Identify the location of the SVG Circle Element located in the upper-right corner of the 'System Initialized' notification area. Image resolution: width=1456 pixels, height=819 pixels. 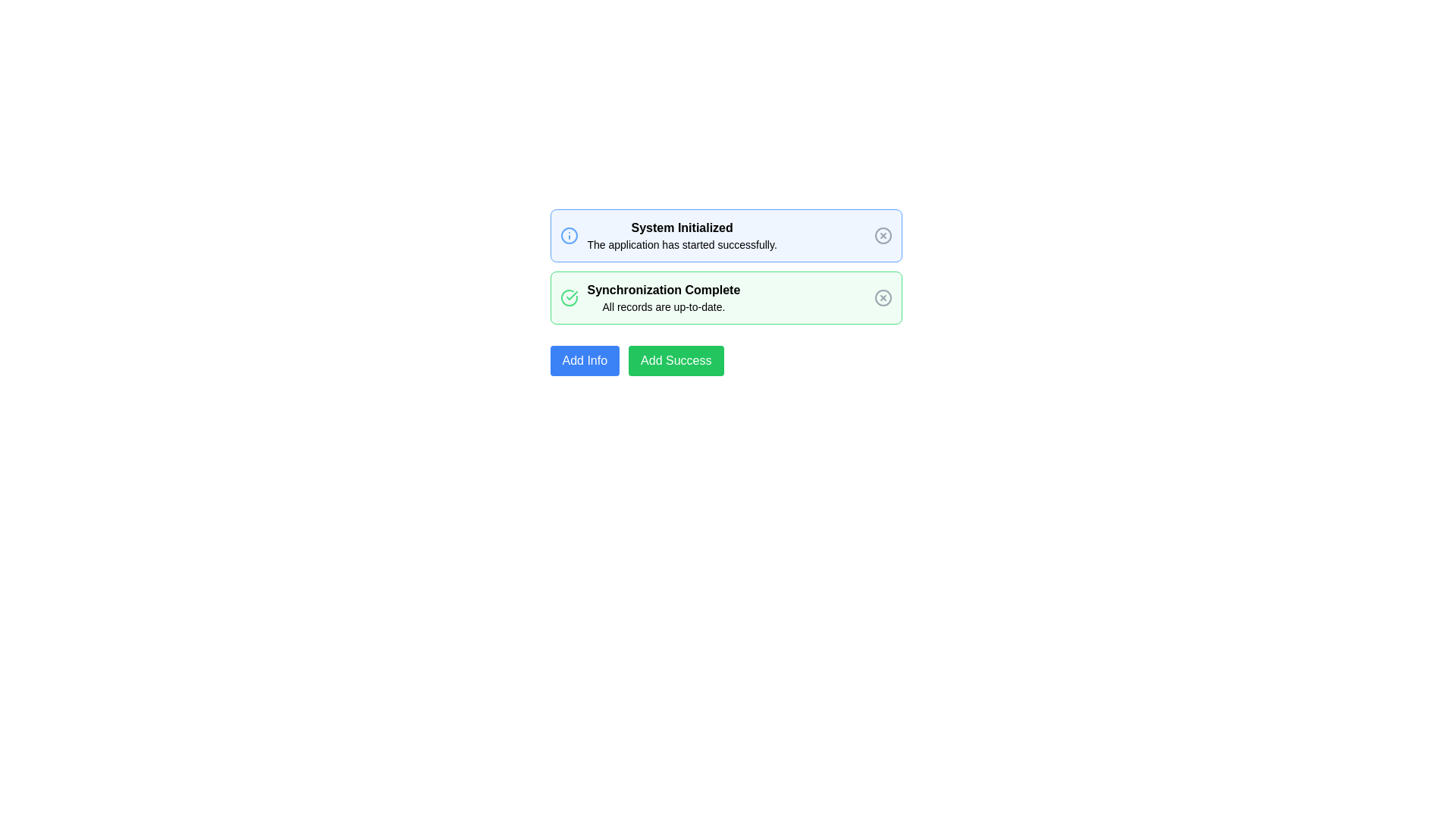
(883, 236).